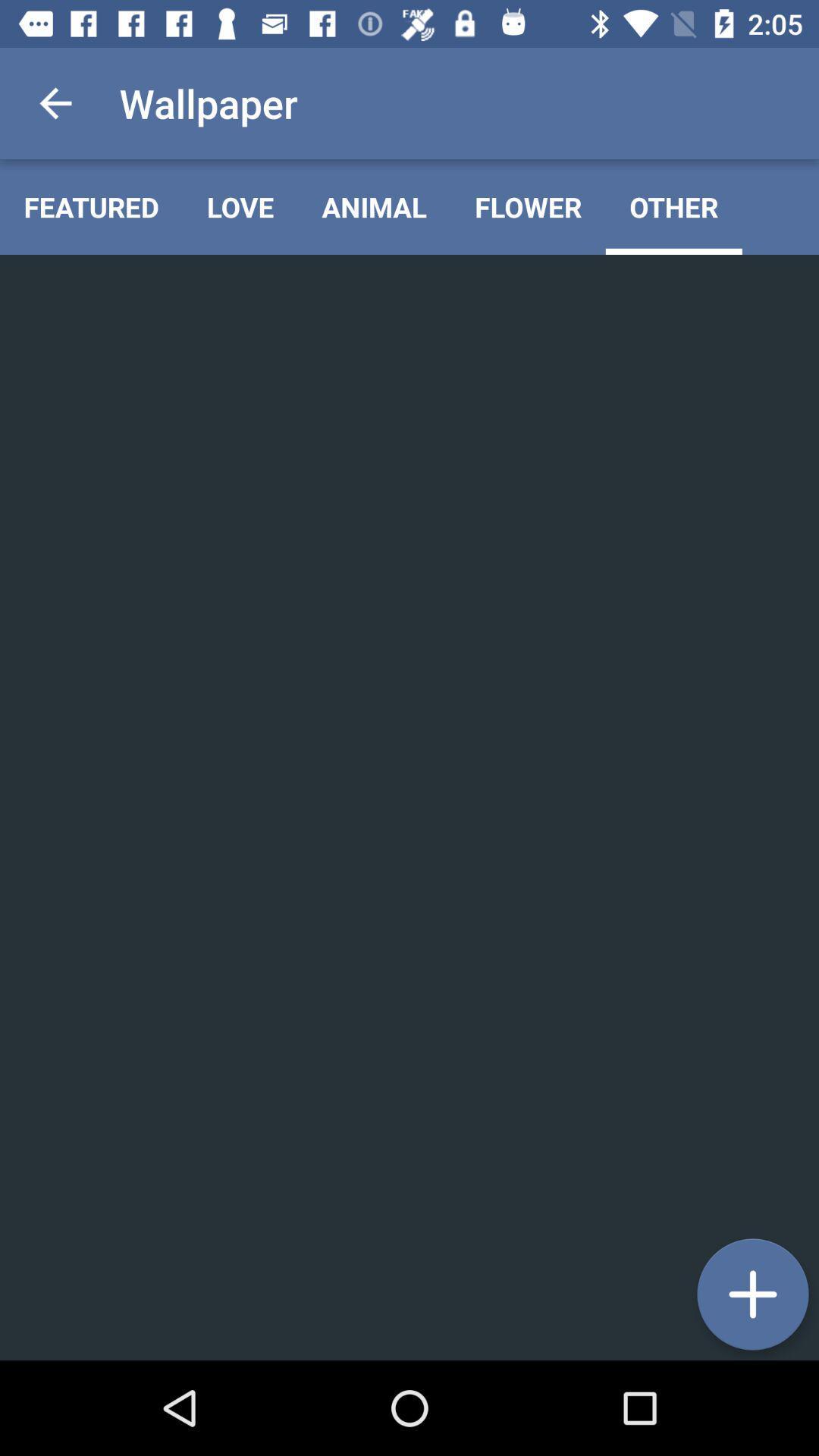 This screenshot has width=819, height=1456. I want to click on icon to the left of the other icon, so click(527, 206).